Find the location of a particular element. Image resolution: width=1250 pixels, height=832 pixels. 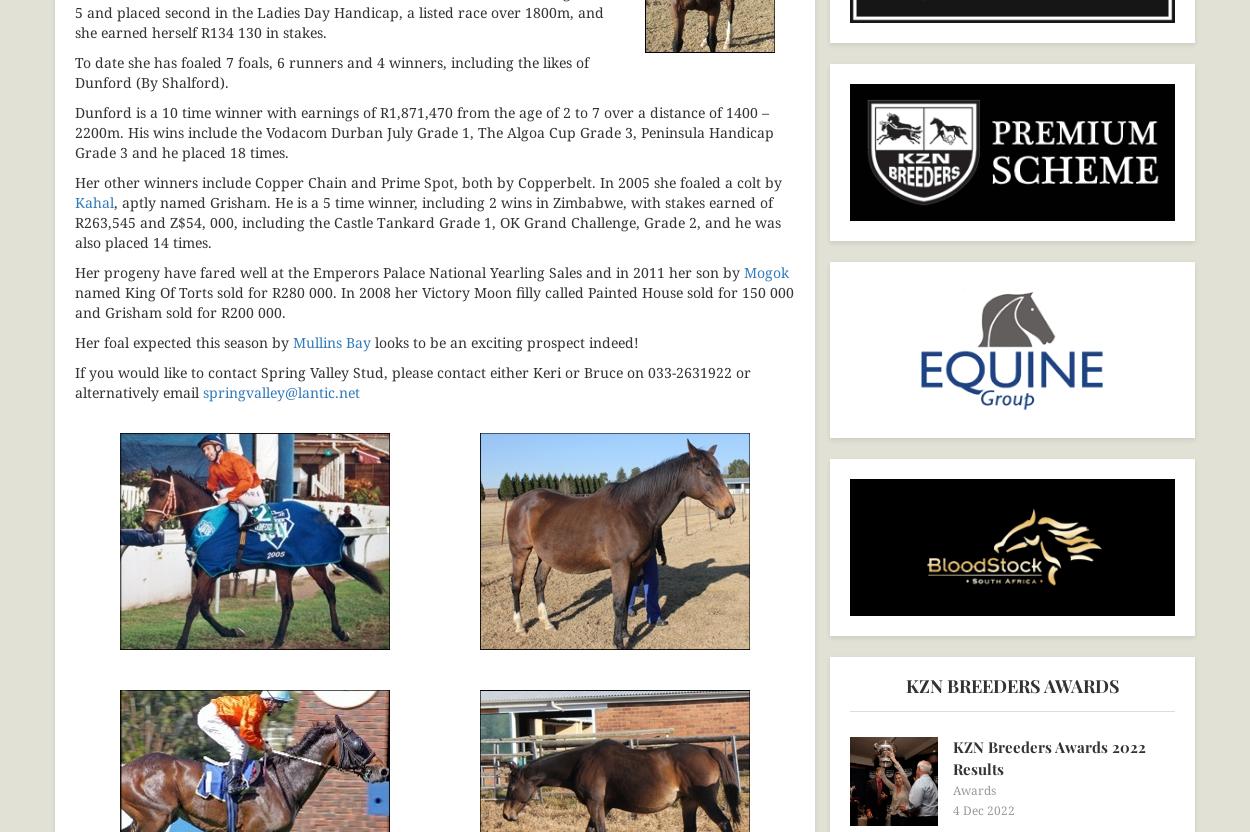

'Dunford is a 10 time winner with earnings of R1,871,470 from the age of 2 to 7  over a distance of 1400 – 2200m. His wins include the Vodacom Durban July Grade 1, The Algoa Cup Grade 3, Peninsula Handicap Grade 3 and he placed 18 times.' is located at coordinates (424, 131).